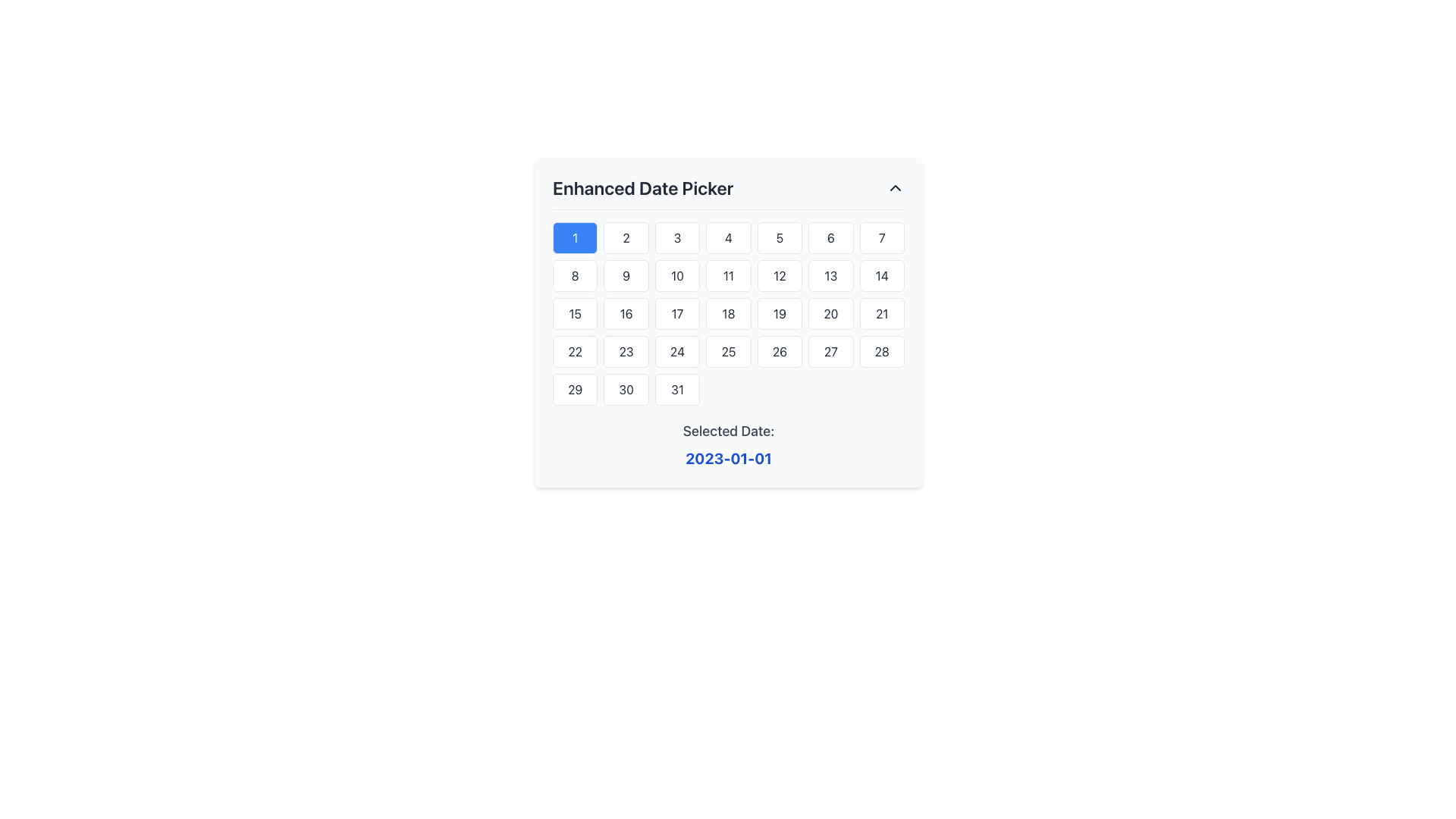 This screenshot has height=819, width=1456. Describe the element at coordinates (882, 275) in the screenshot. I see `the button representing the 14th day of the current month in the date picker, located in the second row and seventh column of the grid layout` at that location.